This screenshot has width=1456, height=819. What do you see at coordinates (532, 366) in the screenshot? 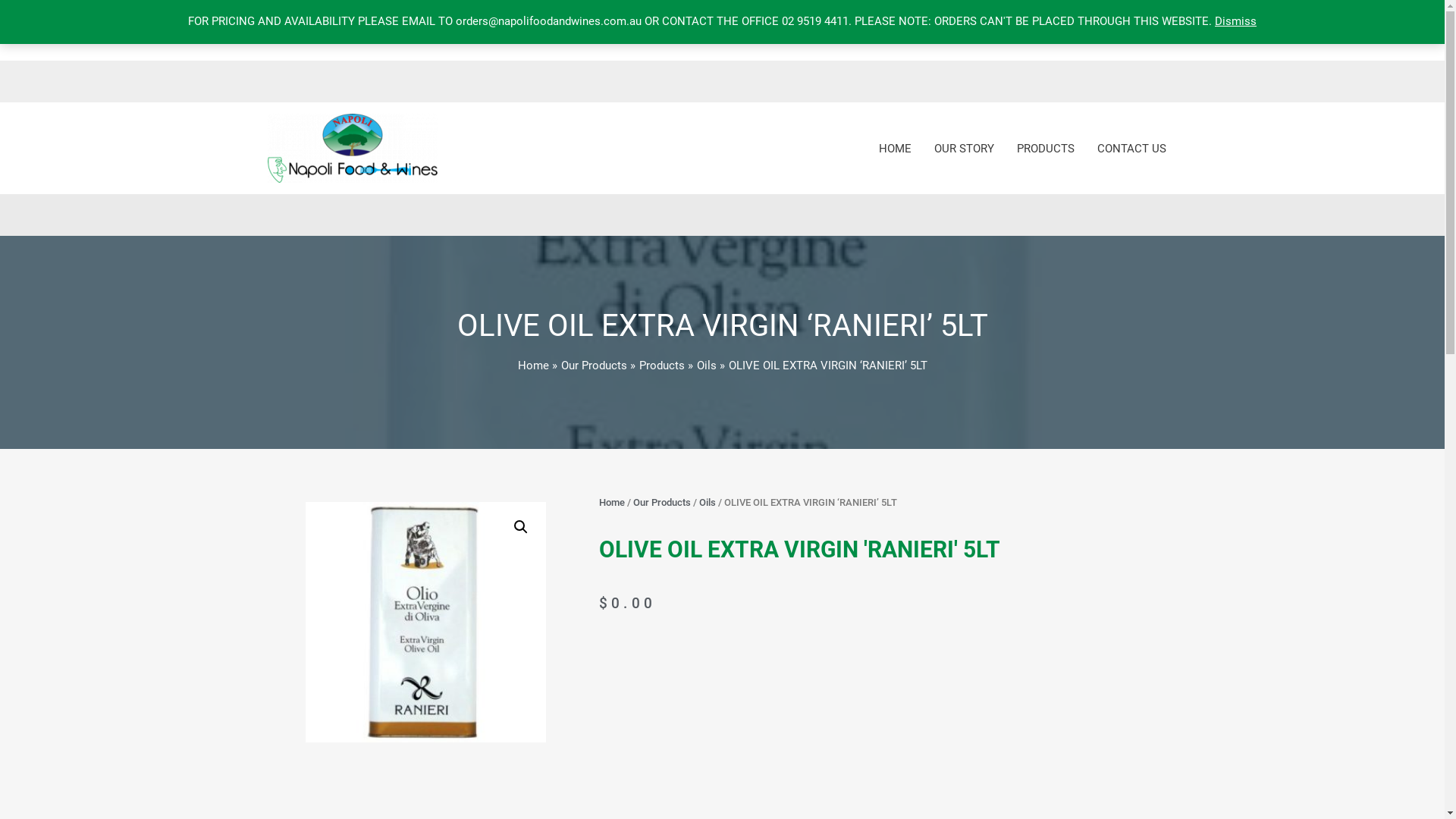
I see `'Home'` at bounding box center [532, 366].